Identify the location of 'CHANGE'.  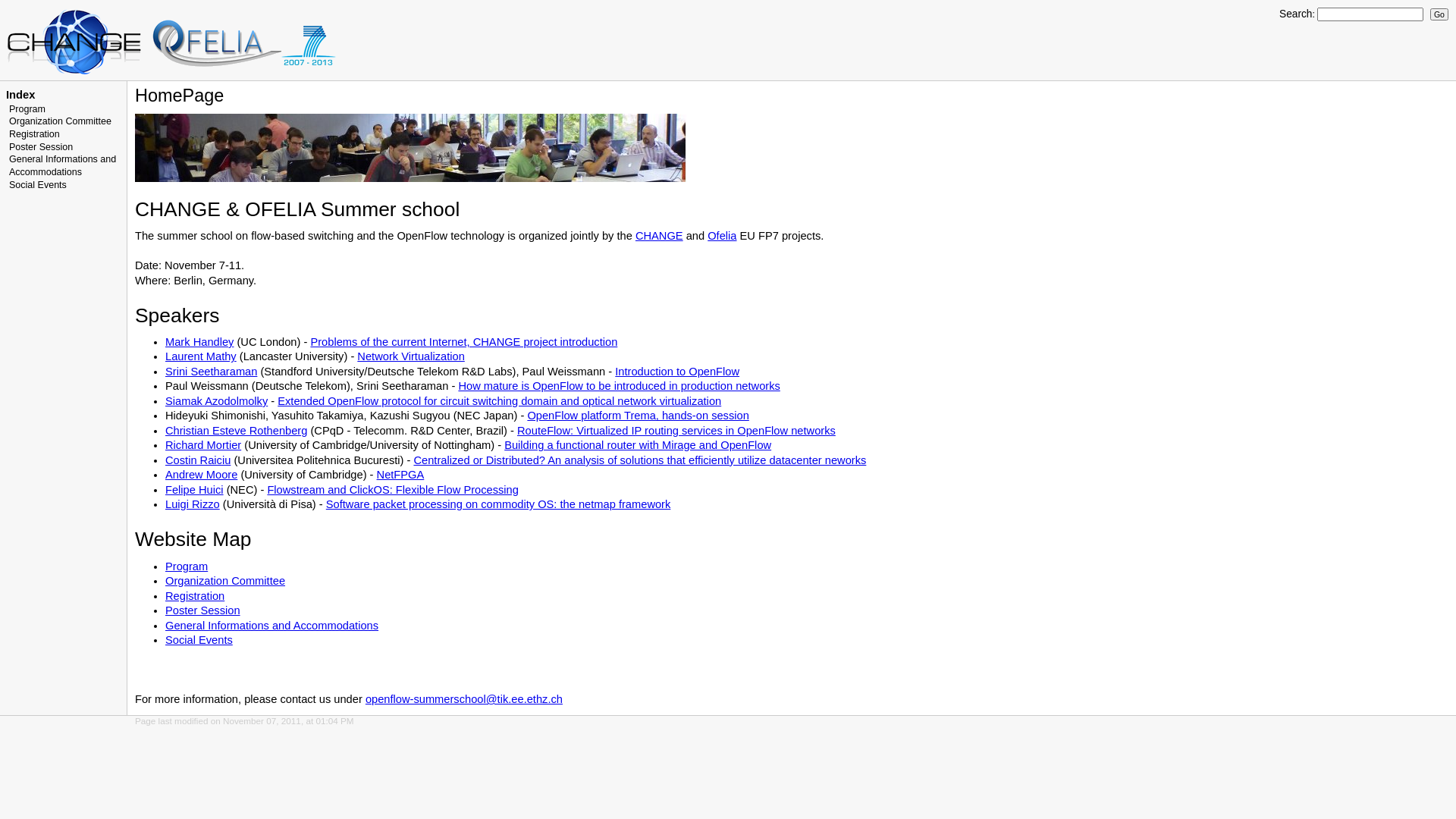
(659, 236).